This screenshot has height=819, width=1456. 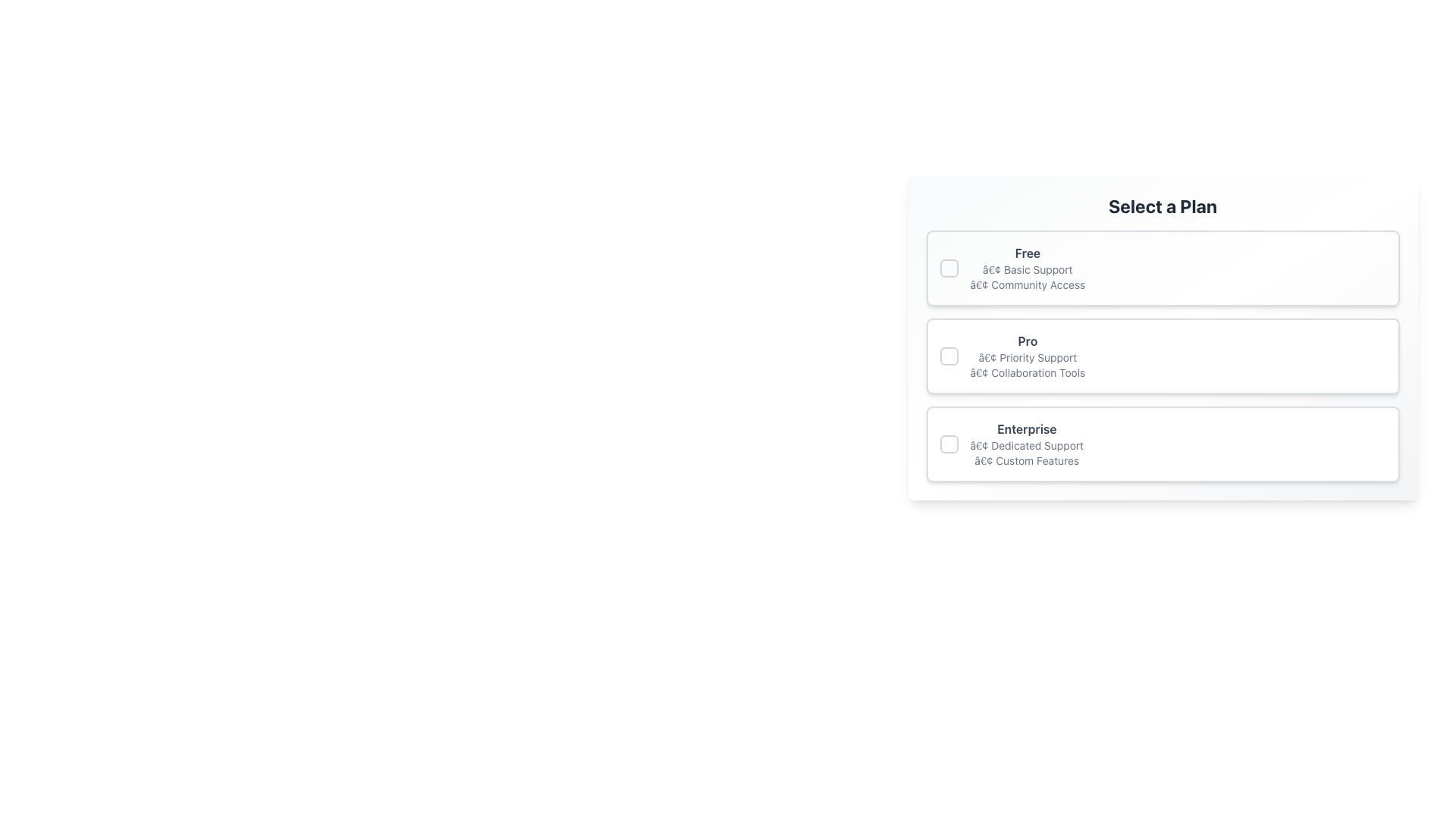 I want to click on the 'Pro' plan selectable option, so click(x=1162, y=356).